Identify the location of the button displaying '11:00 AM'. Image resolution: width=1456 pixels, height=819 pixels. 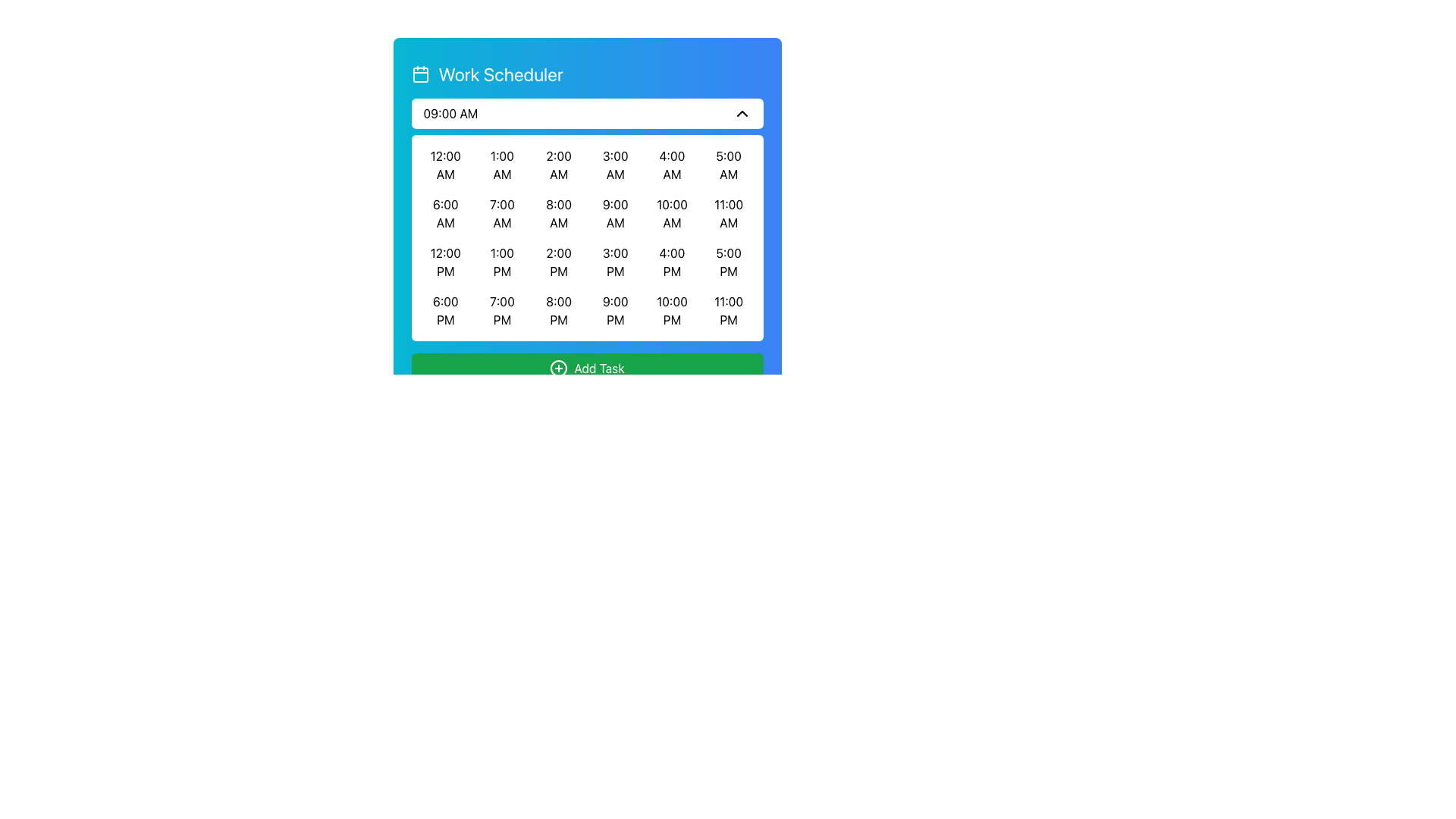
(729, 213).